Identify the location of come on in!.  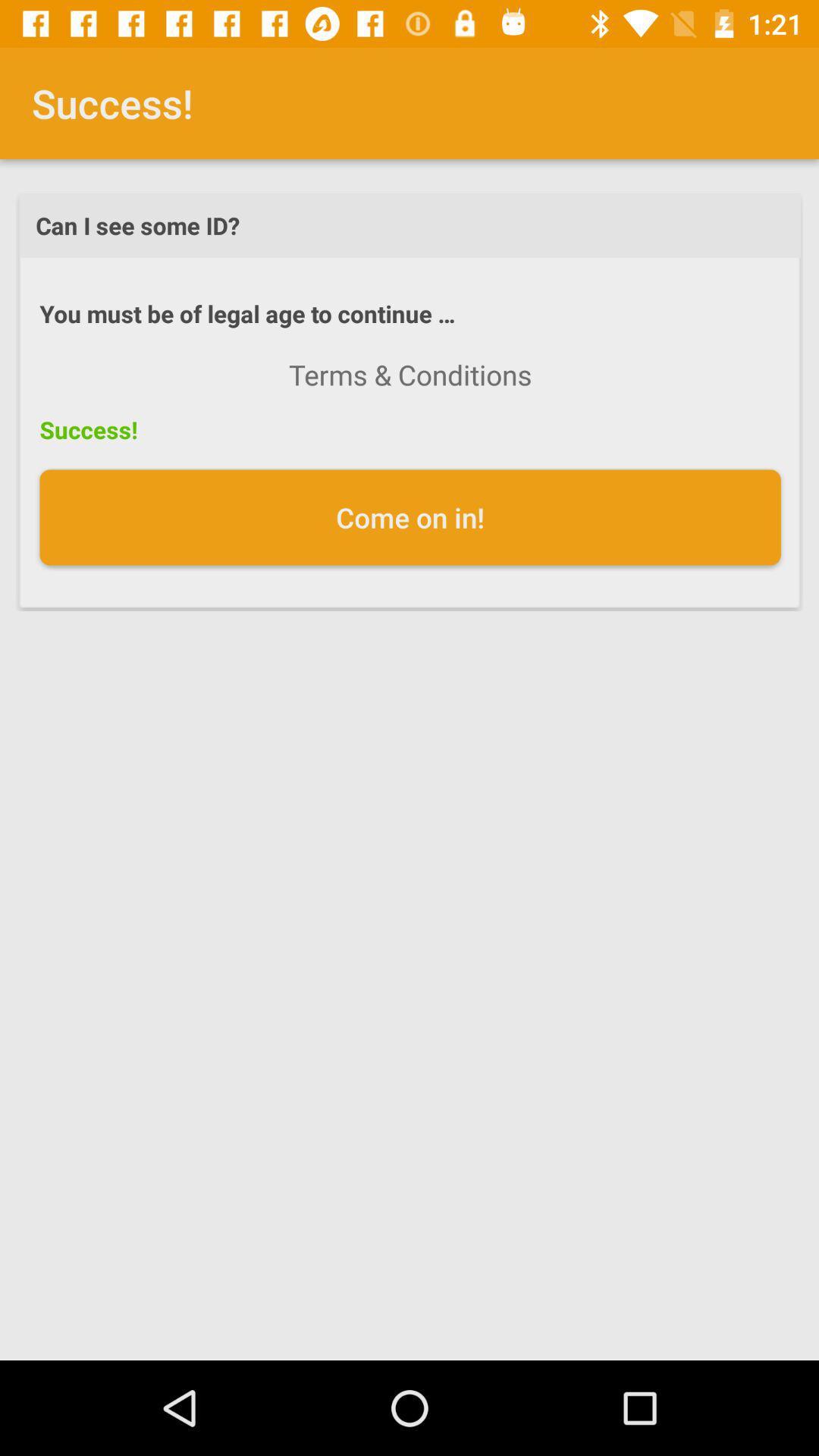
(410, 517).